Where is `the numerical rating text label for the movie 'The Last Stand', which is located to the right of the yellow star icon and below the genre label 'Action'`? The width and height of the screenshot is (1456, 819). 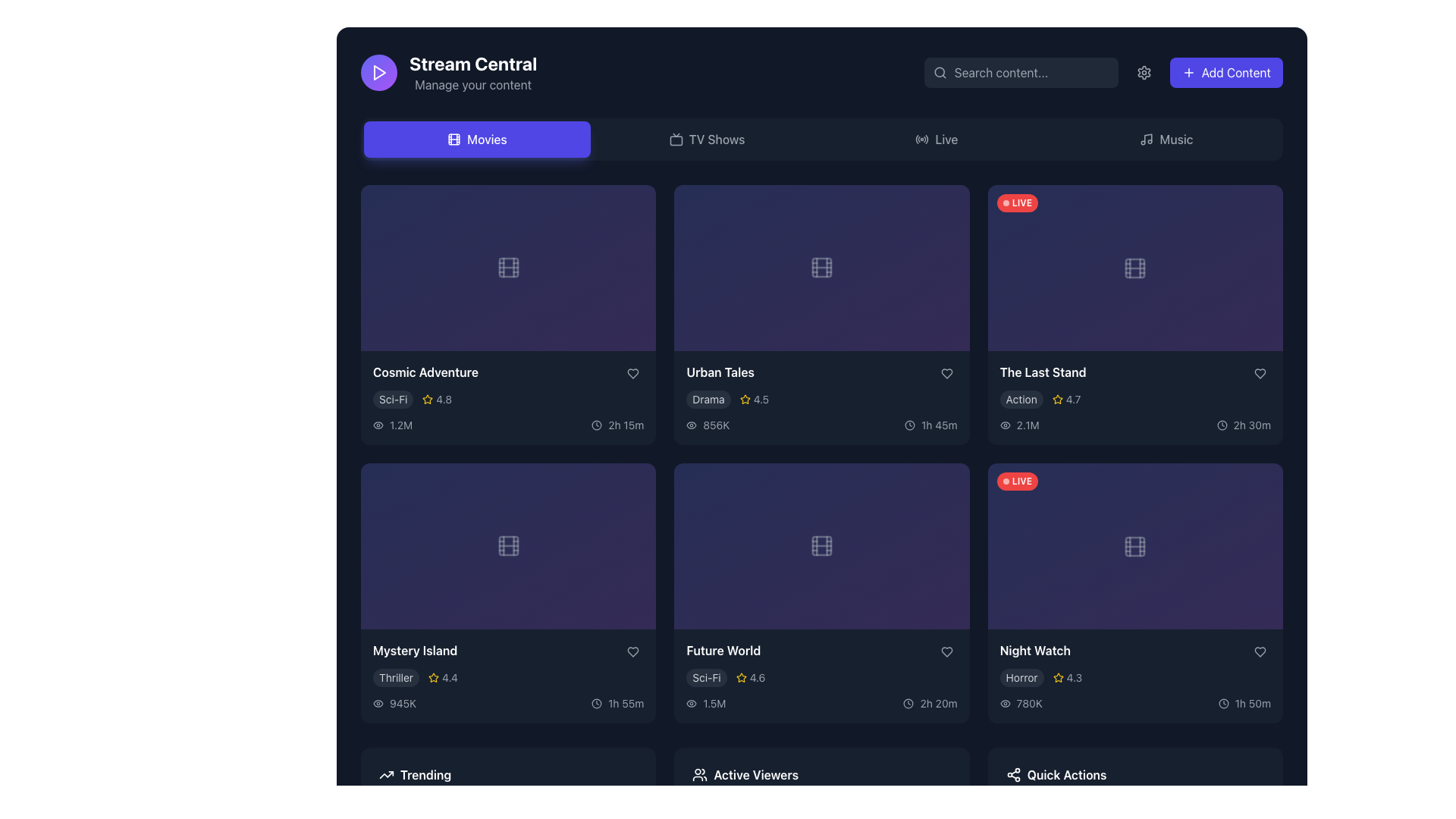 the numerical rating text label for the movie 'The Last Stand', which is located to the right of the yellow star icon and below the genre label 'Action' is located at coordinates (1072, 399).